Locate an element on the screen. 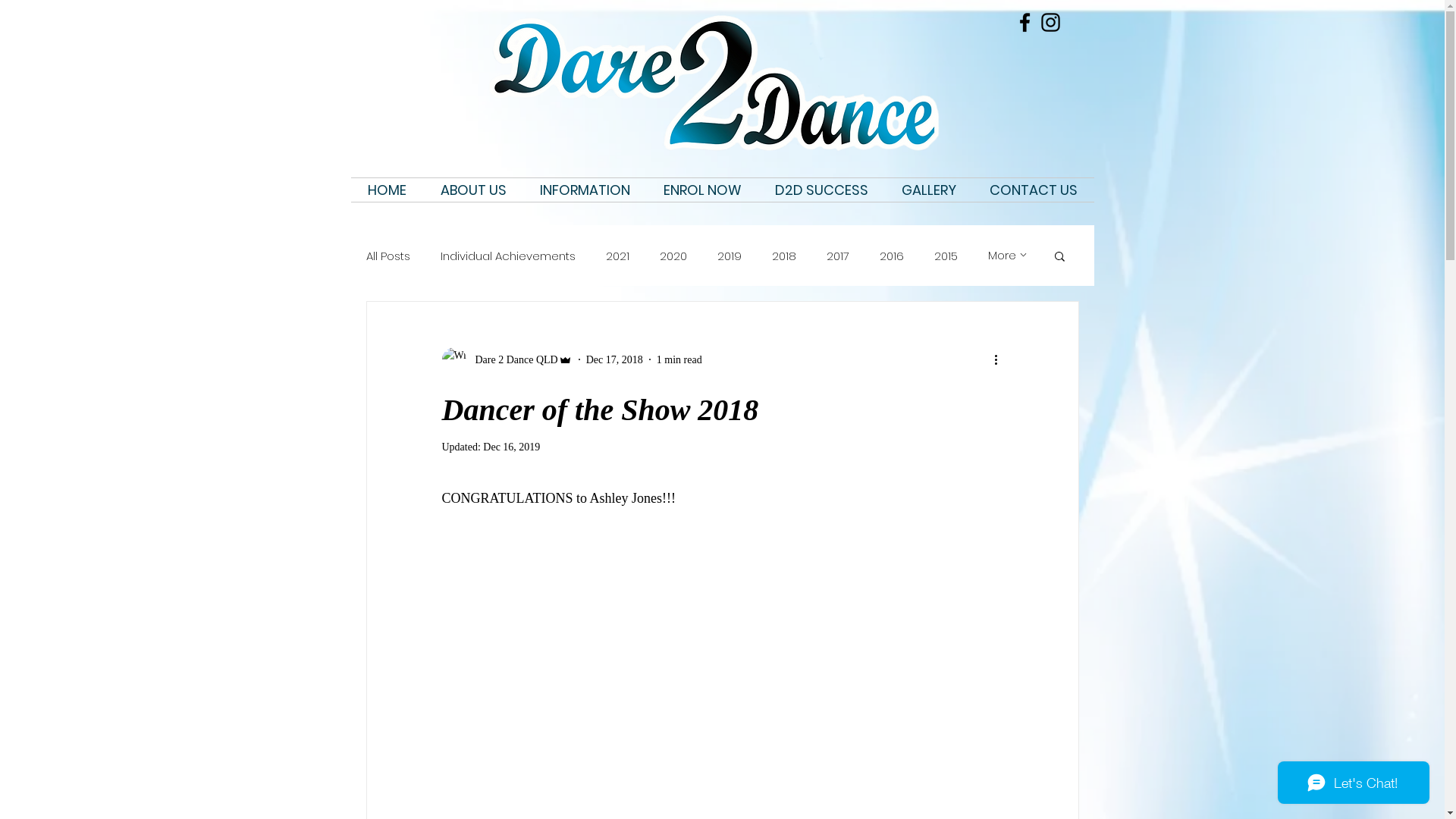  'Individual Achievements' is located at coordinates (507, 255).